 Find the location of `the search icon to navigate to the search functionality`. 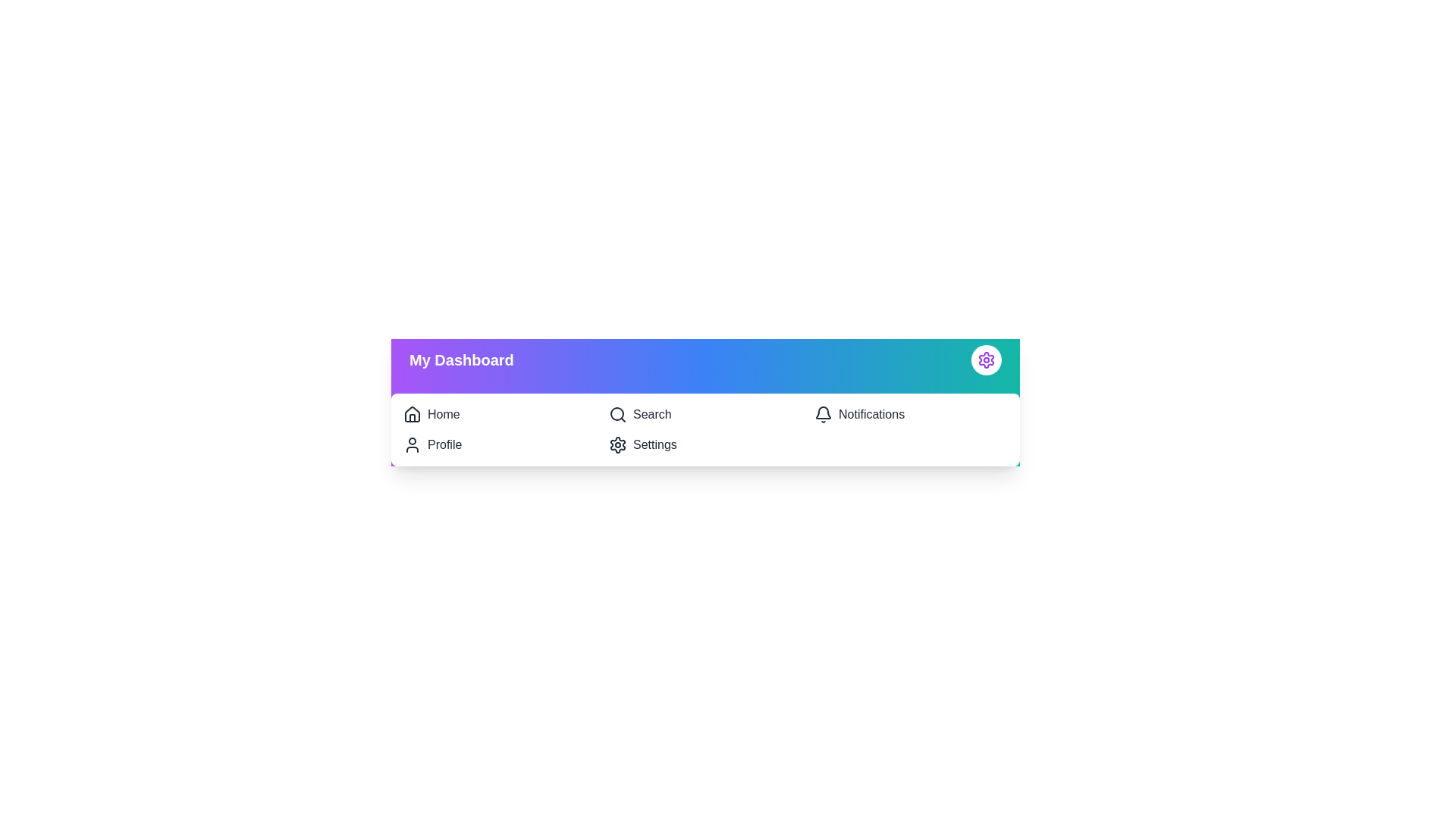

the search icon to navigate to the search functionality is located at coordinates (618, 415).